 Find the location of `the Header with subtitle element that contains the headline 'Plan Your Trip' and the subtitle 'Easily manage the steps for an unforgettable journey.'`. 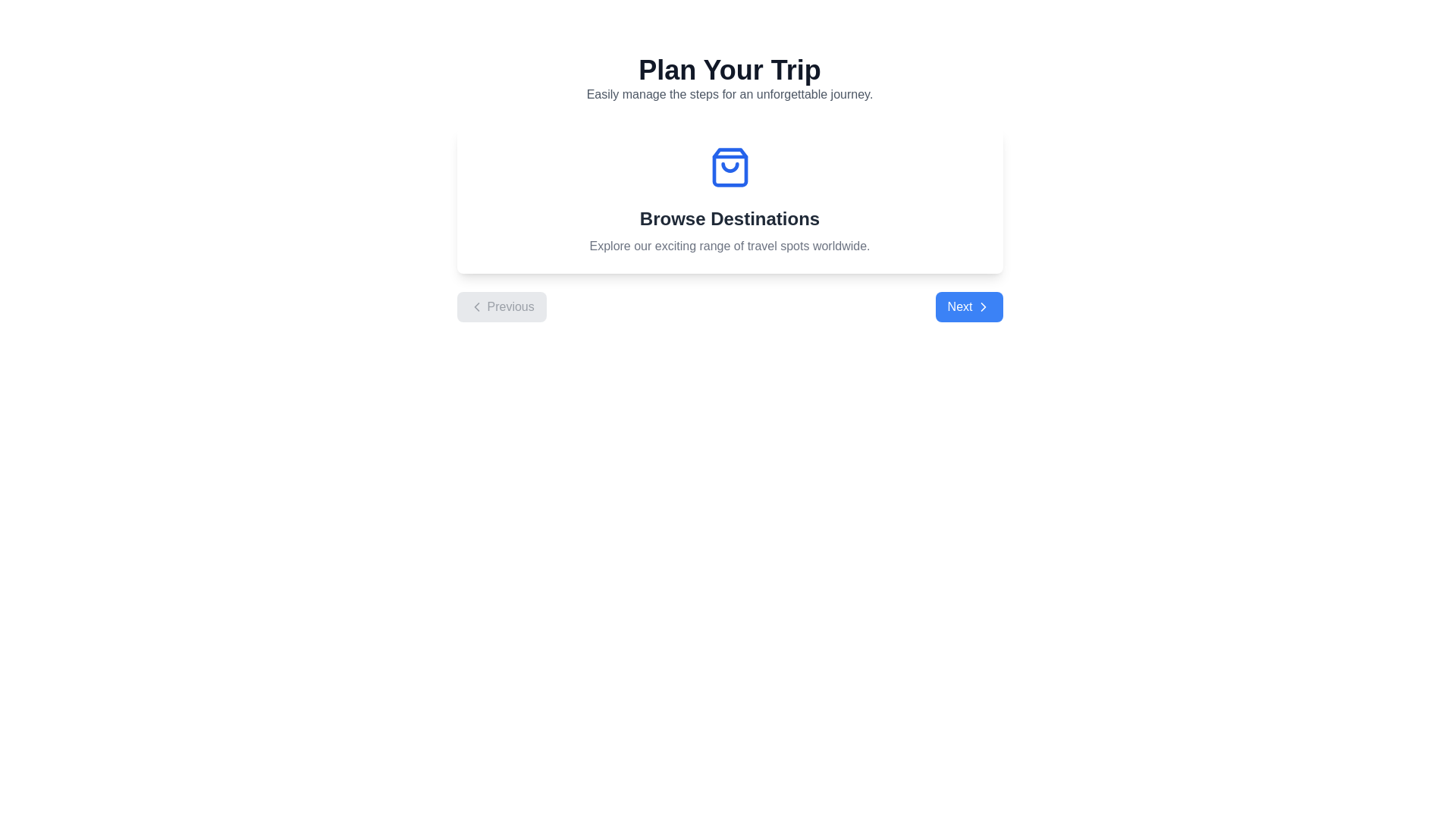

the Header with subtitle element that contains the headline 'Plan Your Trip' and the subtitle 'Easily manage the steps for an unforgettable journey.' is located at coordinates (730, 79).